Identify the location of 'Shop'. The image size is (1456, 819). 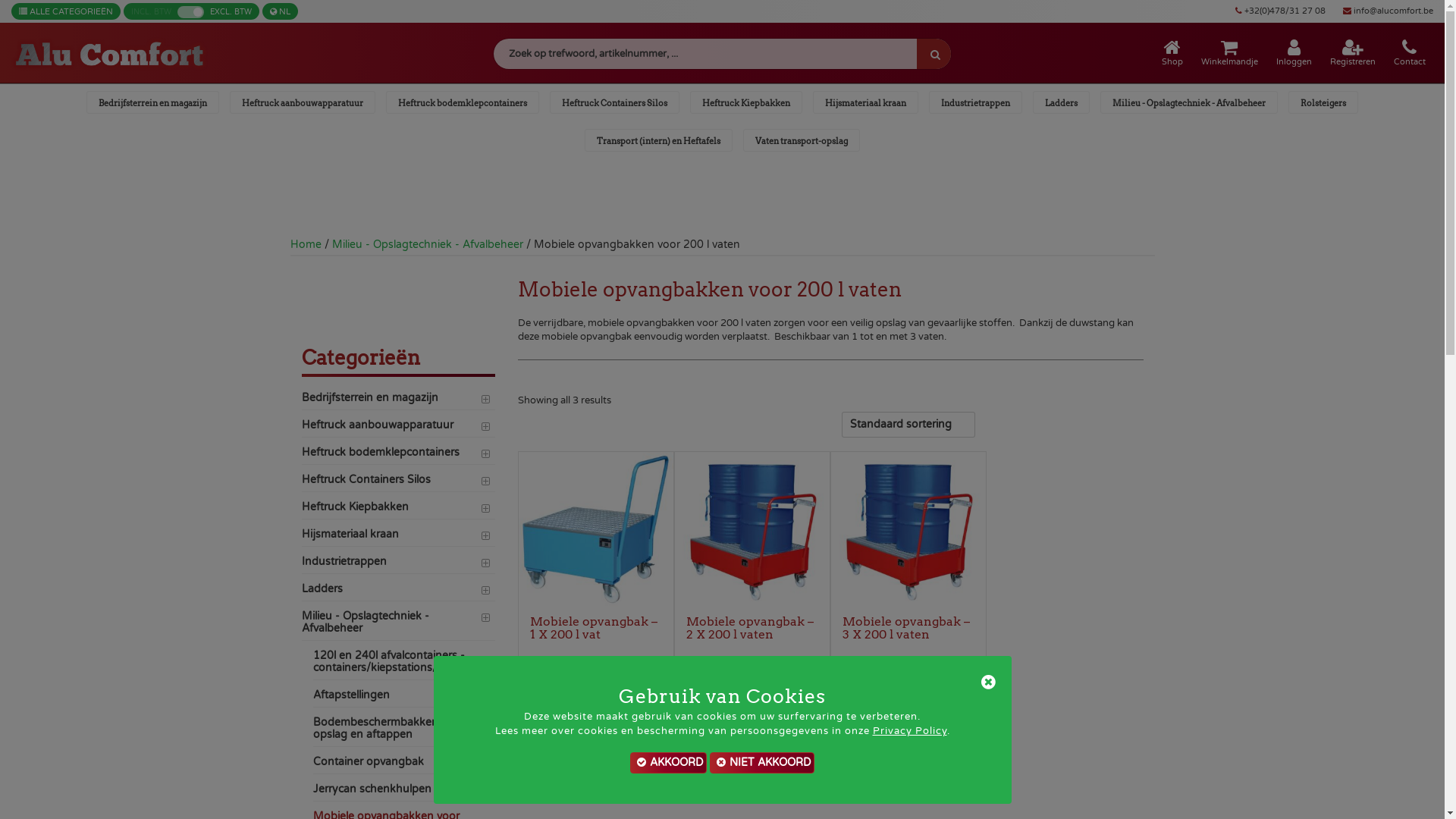
(1171, 52).